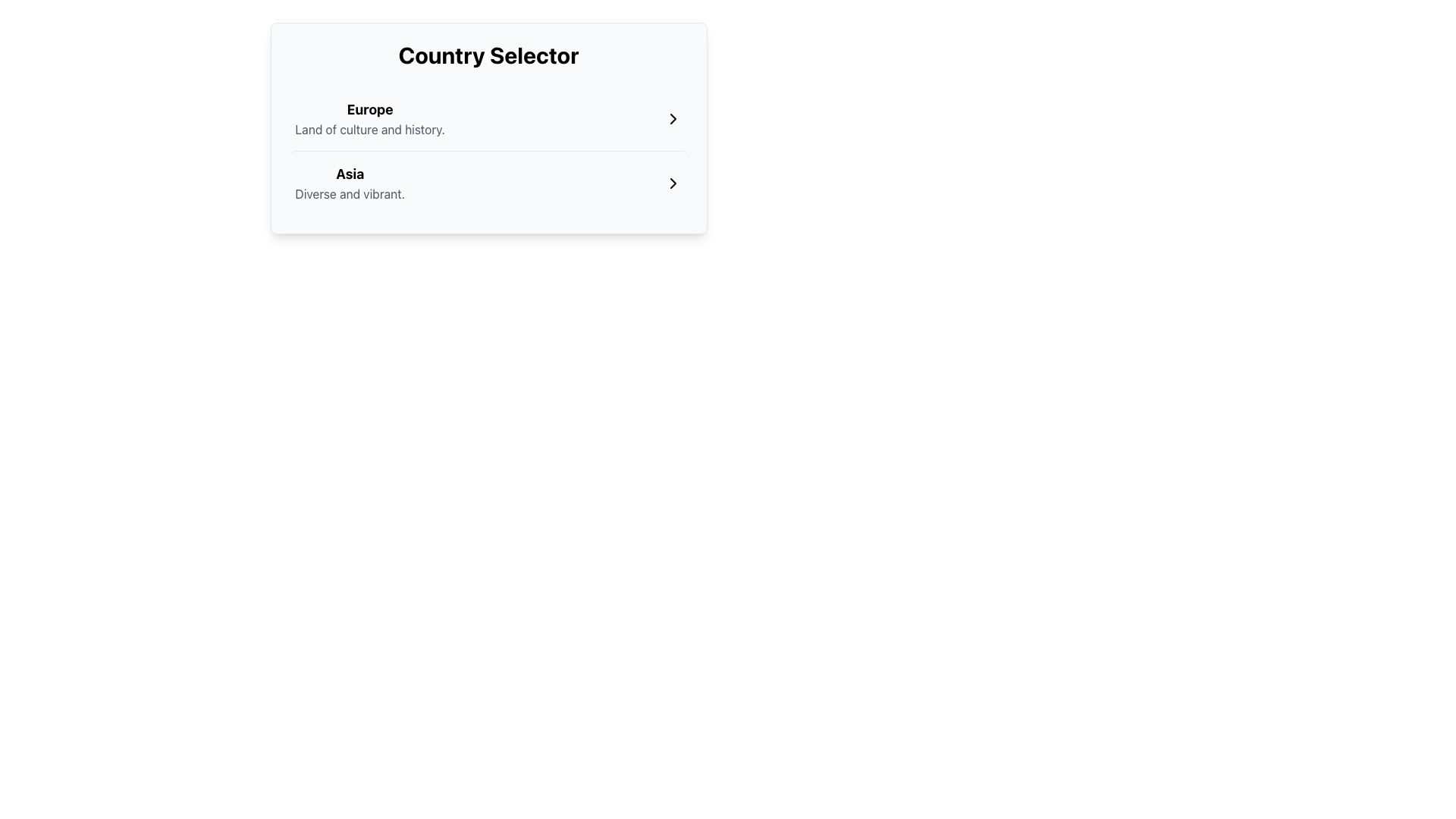  I want to click on the list item titled 'Asia' with the subtitle 'Diverse and vibrant.', so click(488, 182).